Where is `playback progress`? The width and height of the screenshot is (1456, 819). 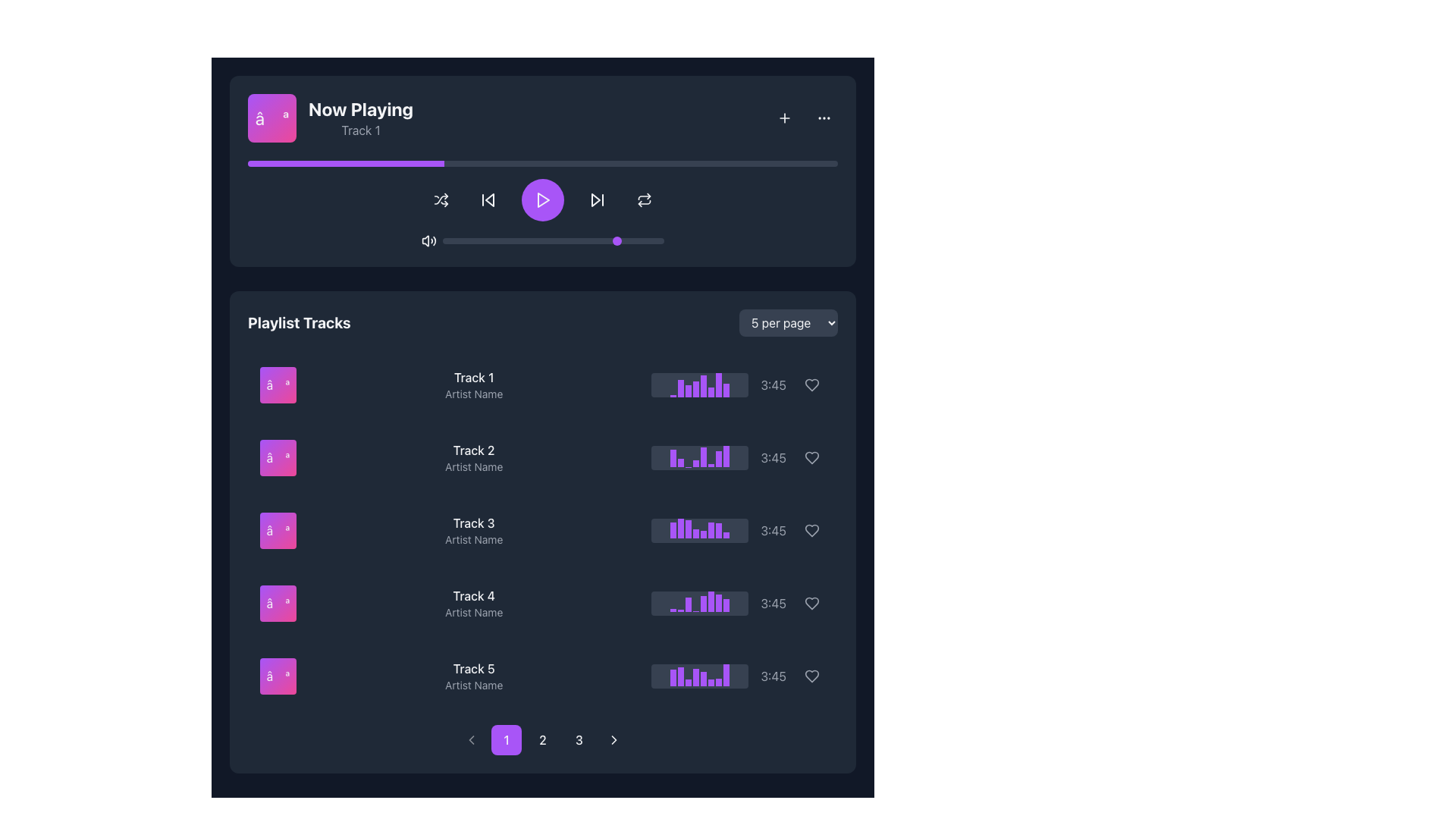
playback progress is located at coordinates (341, 164).